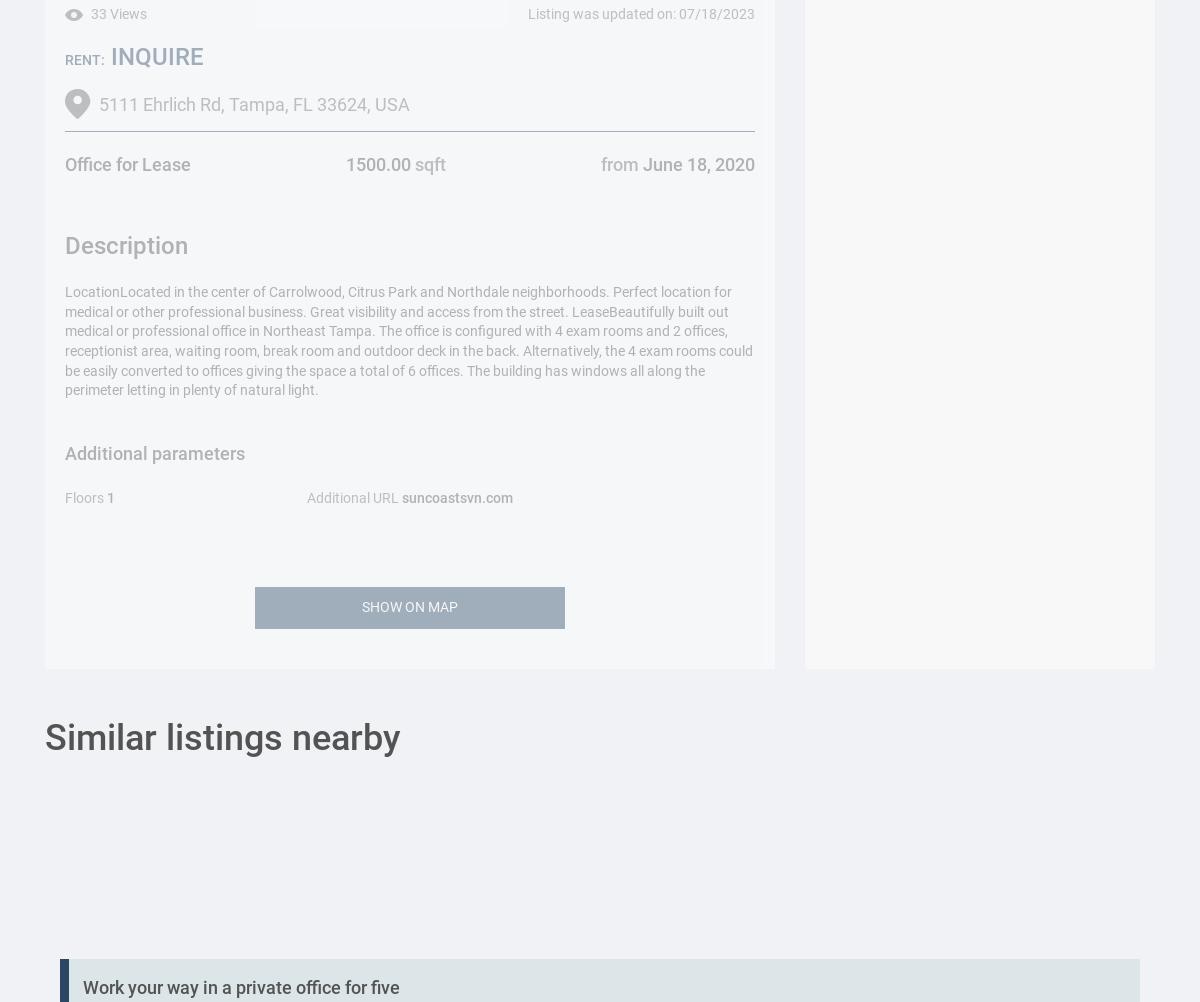 This screenshot has width=1200, height=1002. I want to click on 'June 18, 2020', so click(696, 163).